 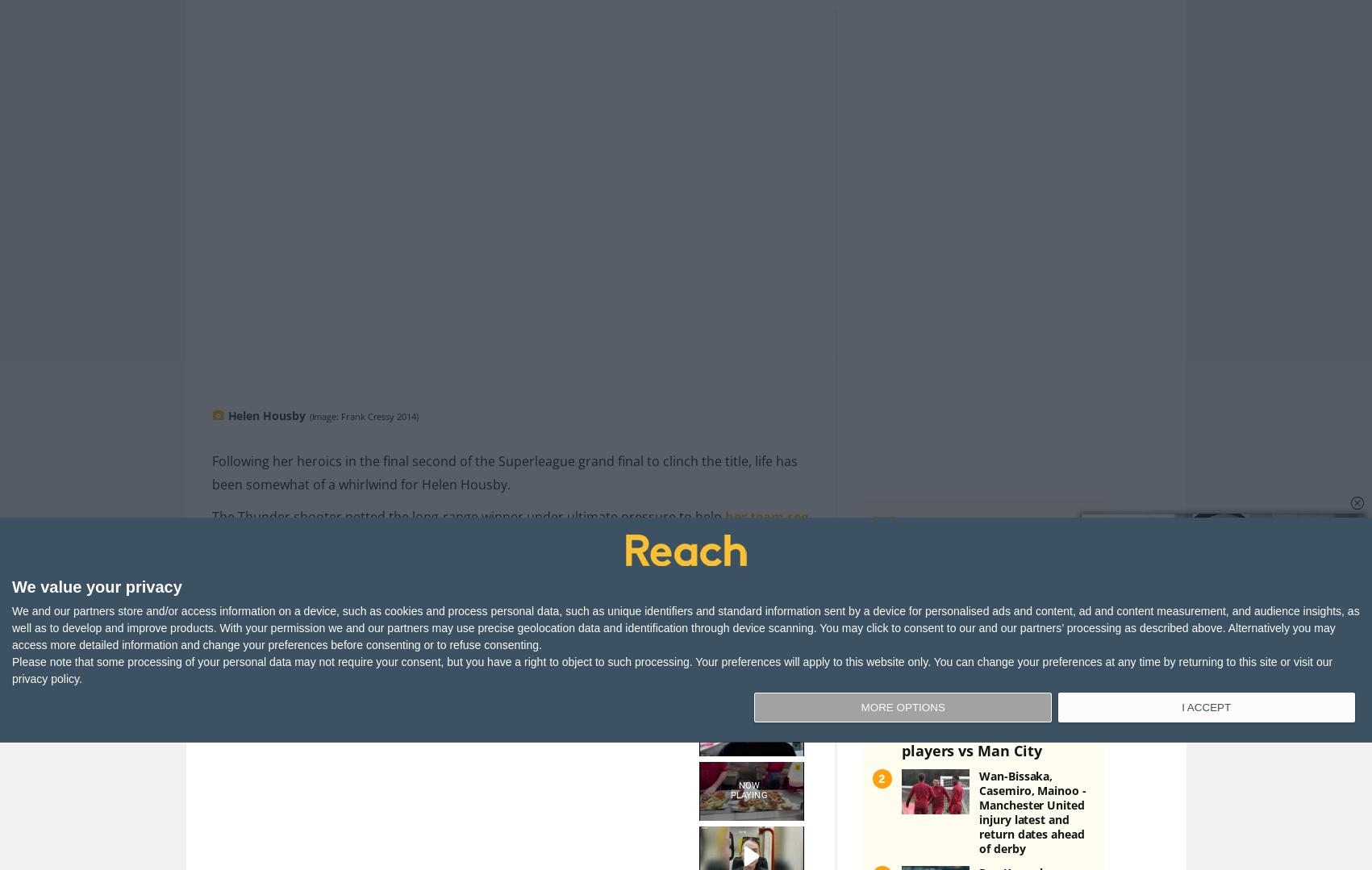 What do you see at coordinates (622, 631) in the screenshot?
I see `'Story Saved'` at bounding box center [622, 631].